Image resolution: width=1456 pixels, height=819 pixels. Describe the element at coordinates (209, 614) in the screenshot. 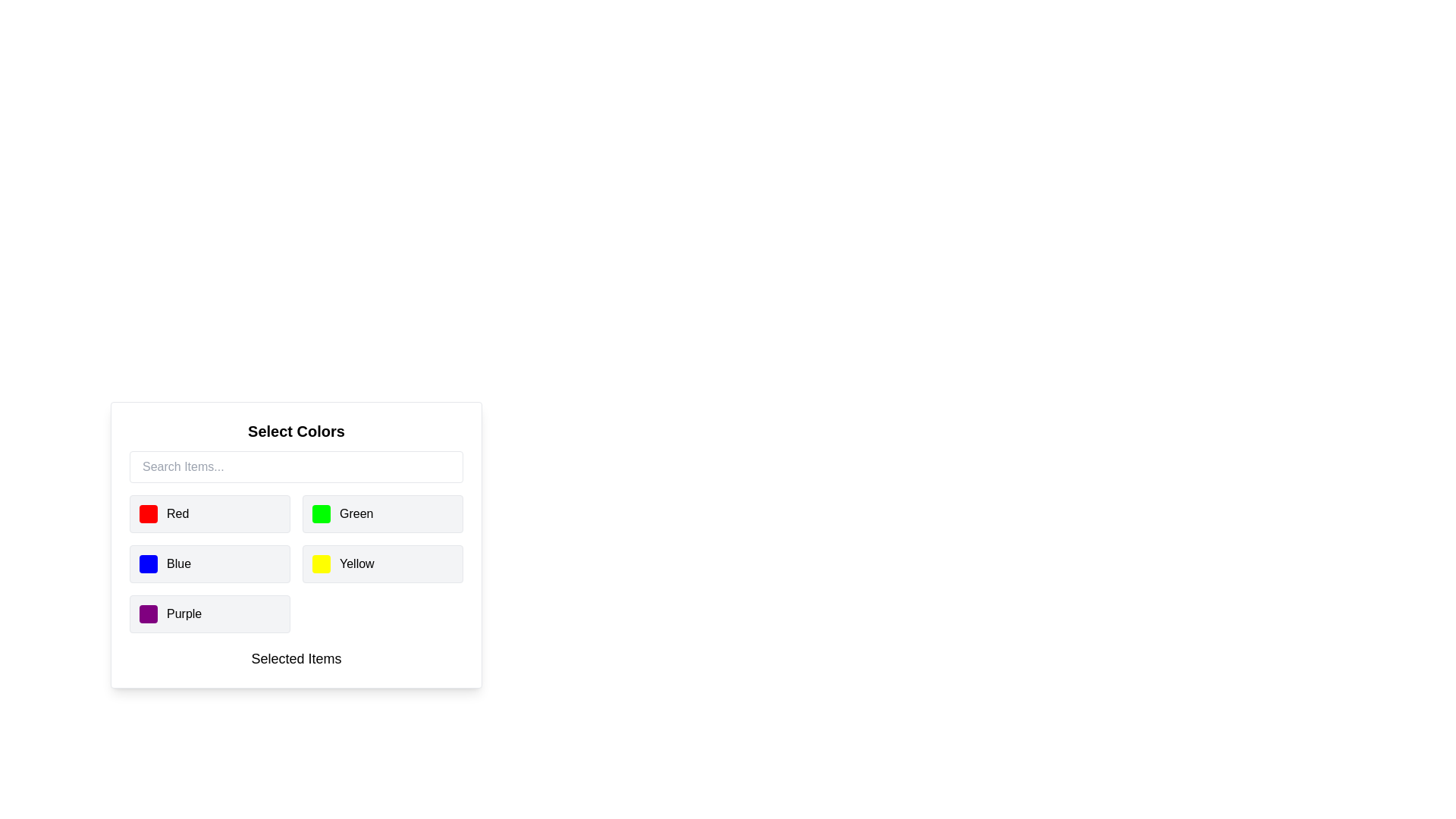

I see `the selectable list item that represents the color purple` at that location.